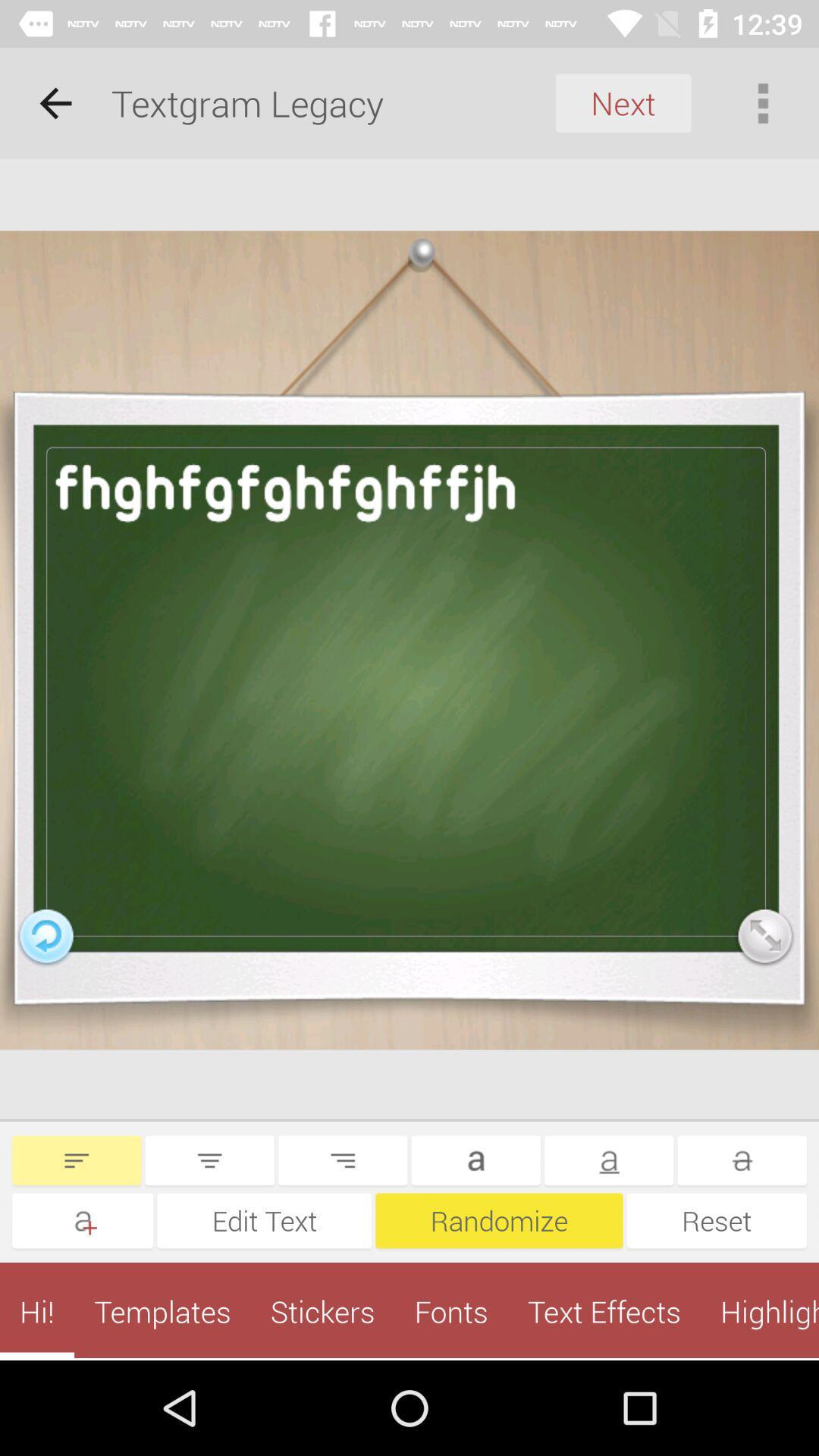 This screenshot has height=1456, width=819. Describe the element at coordinates (322, 1310) in the screenshot. I see `the app to the left of the fonts` at that location.